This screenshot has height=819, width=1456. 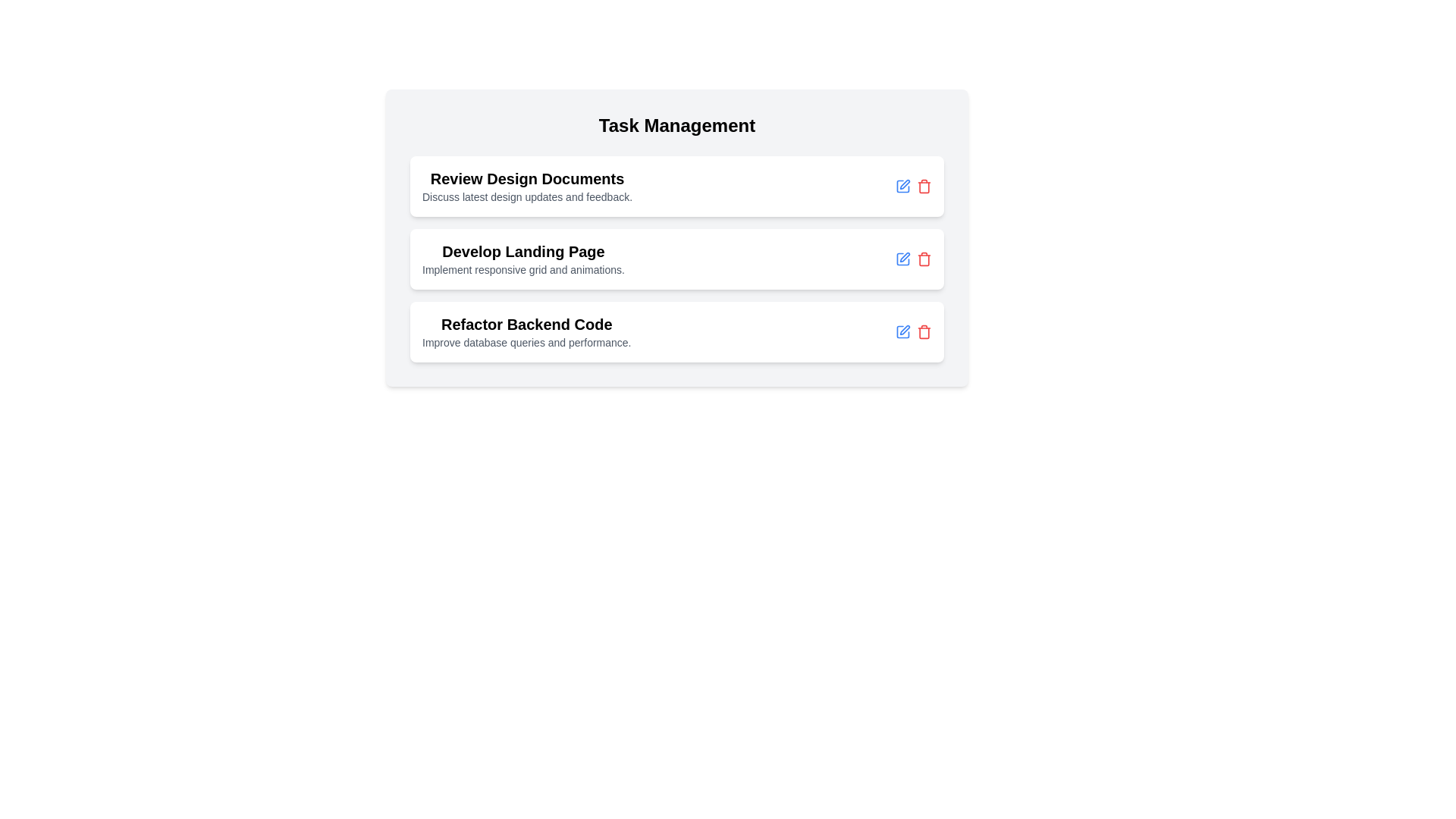 I want to click on the second task card in the Task Management section, so click(x=676, y=259).